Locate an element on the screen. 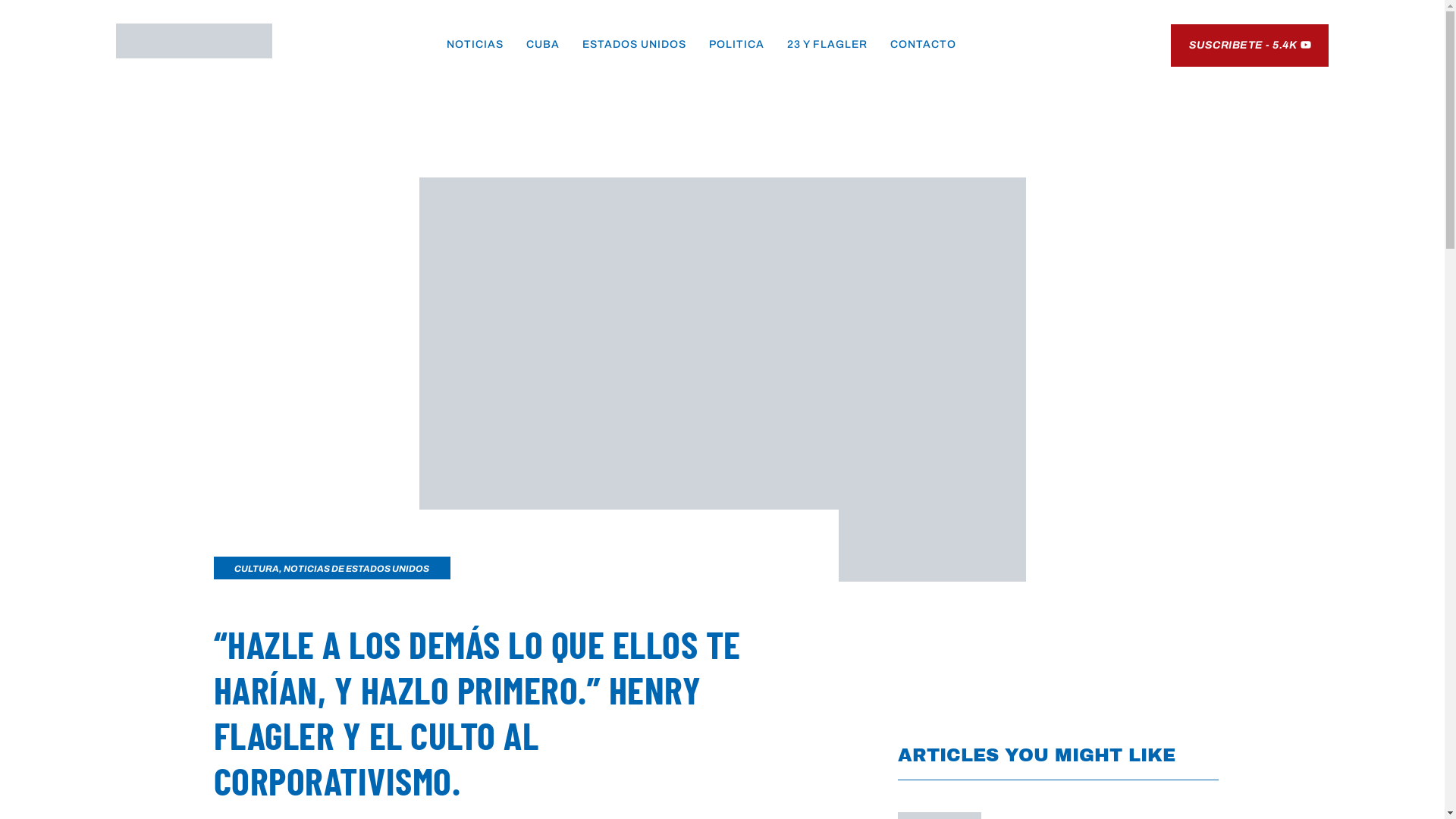 This screenshot has height=819, width=1456. '23 Y FLAGLER' is located at coordinates (826, 43).